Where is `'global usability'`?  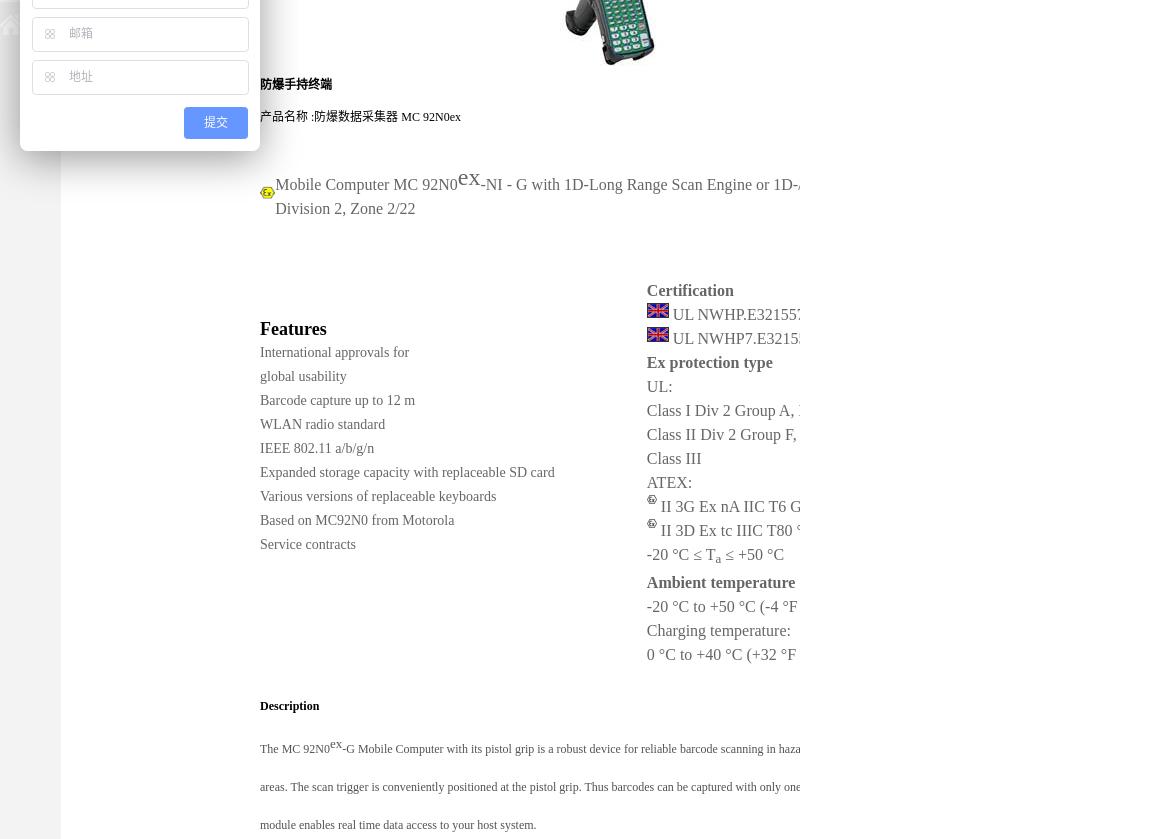 'global usability' is located at coordinates (302, 375).